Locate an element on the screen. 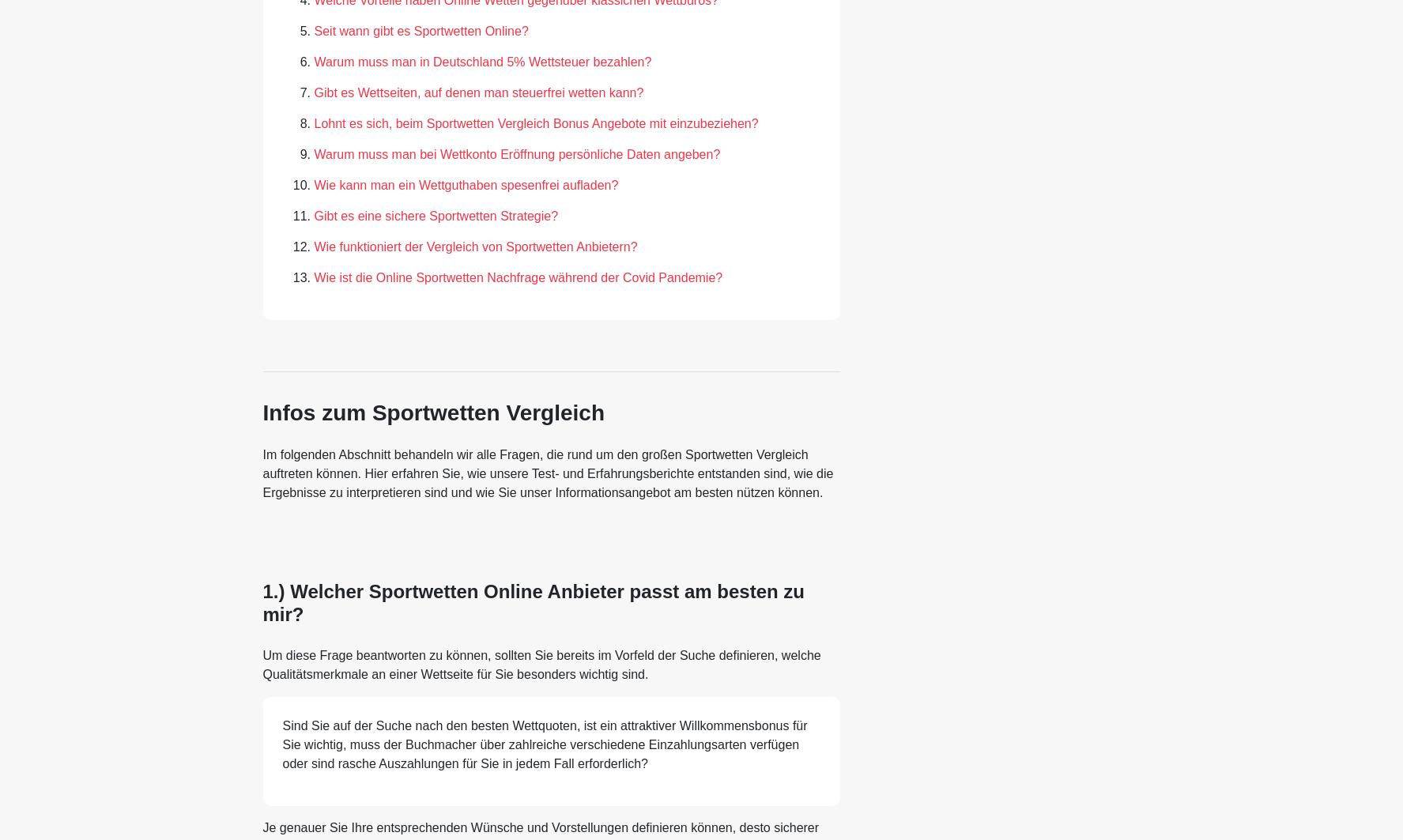 This screenshot has width=1403, height=840. 'Warum muss man in Deutschland 5% Wettsteuer bezahlen?' is located at coordinates (482, 61).